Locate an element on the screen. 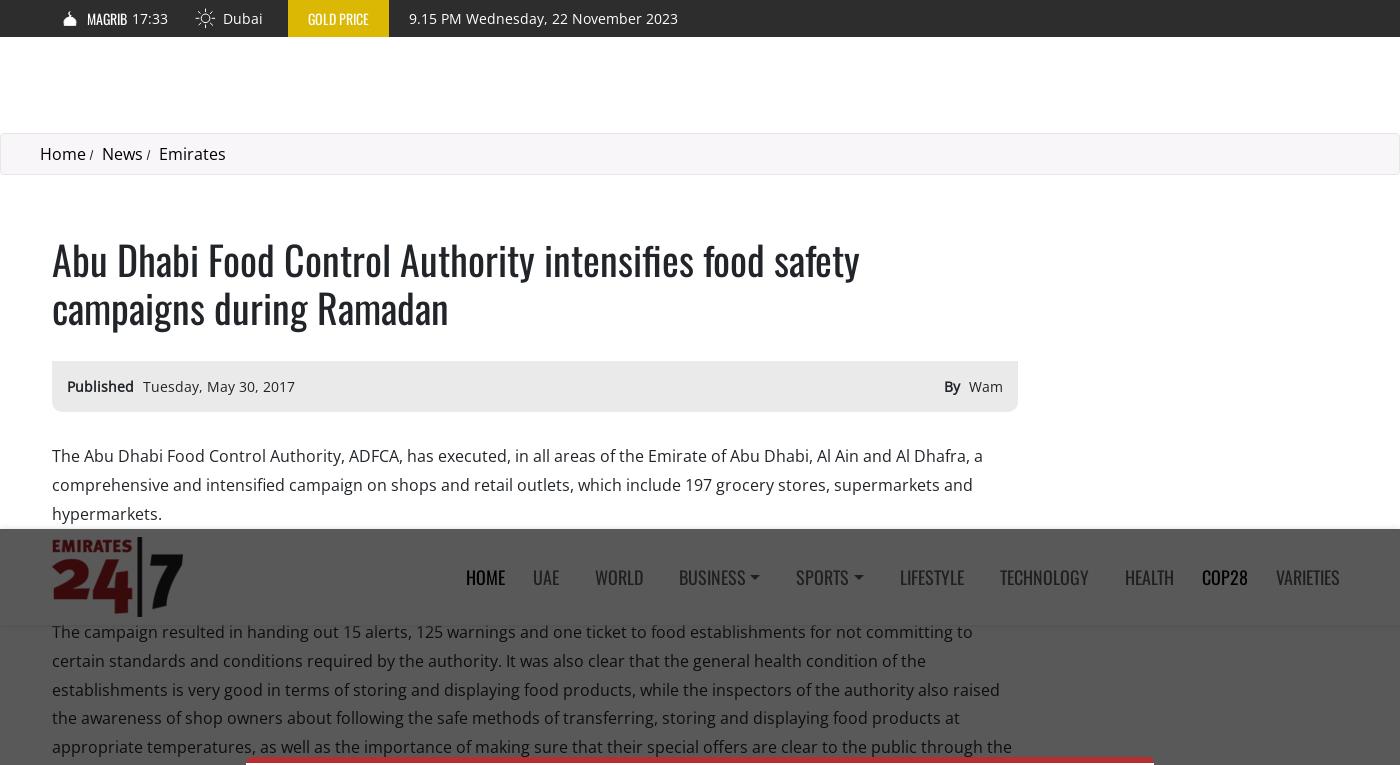  'Technology' is located at coordinates (1044, 46).